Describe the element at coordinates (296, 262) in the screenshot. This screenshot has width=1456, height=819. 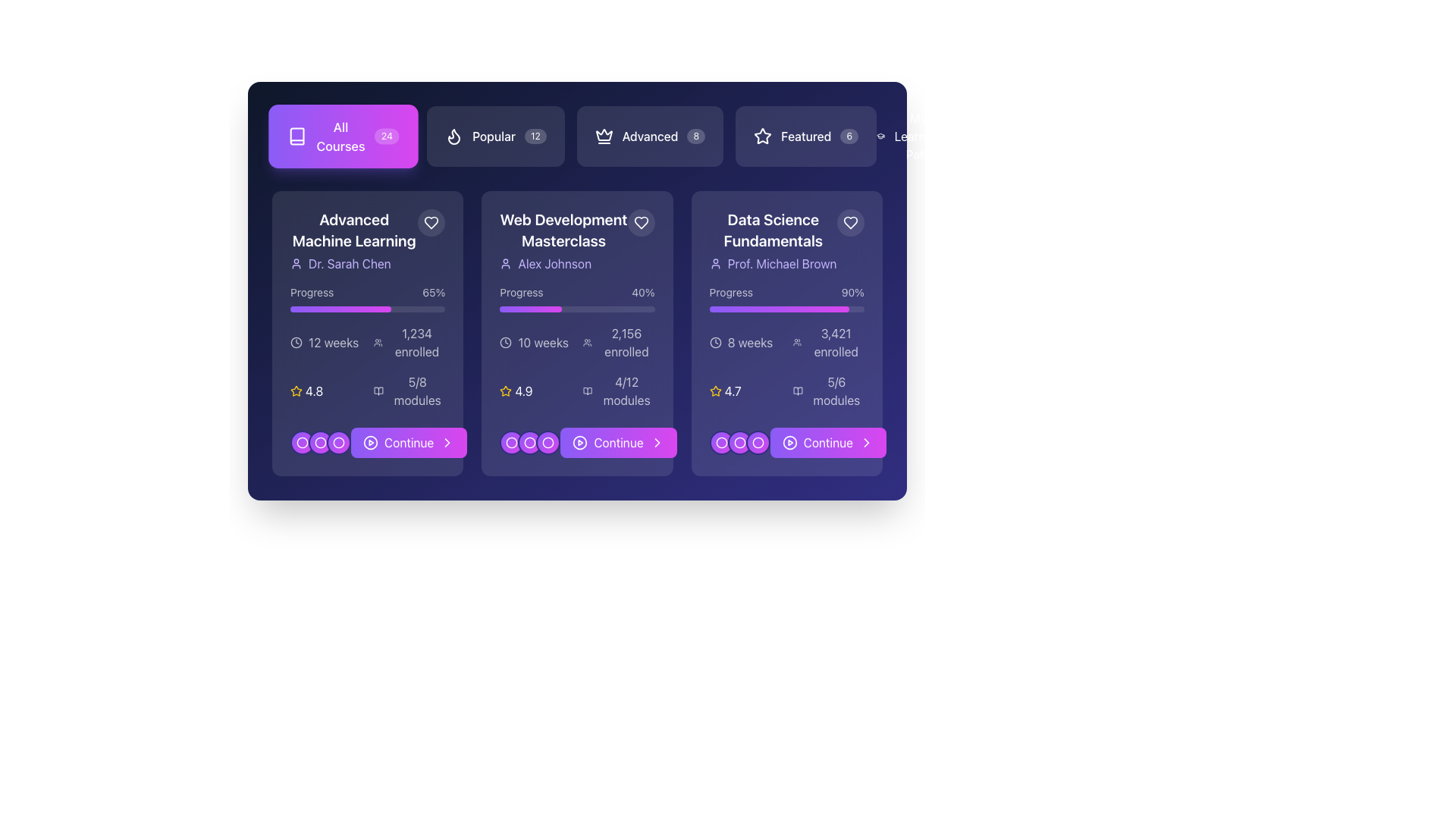
I see `the icon located directly to the left of the text label 'Dr. Sarah Chen', which serves as a visual indicator for the user or instructor associated with the content` at that location.